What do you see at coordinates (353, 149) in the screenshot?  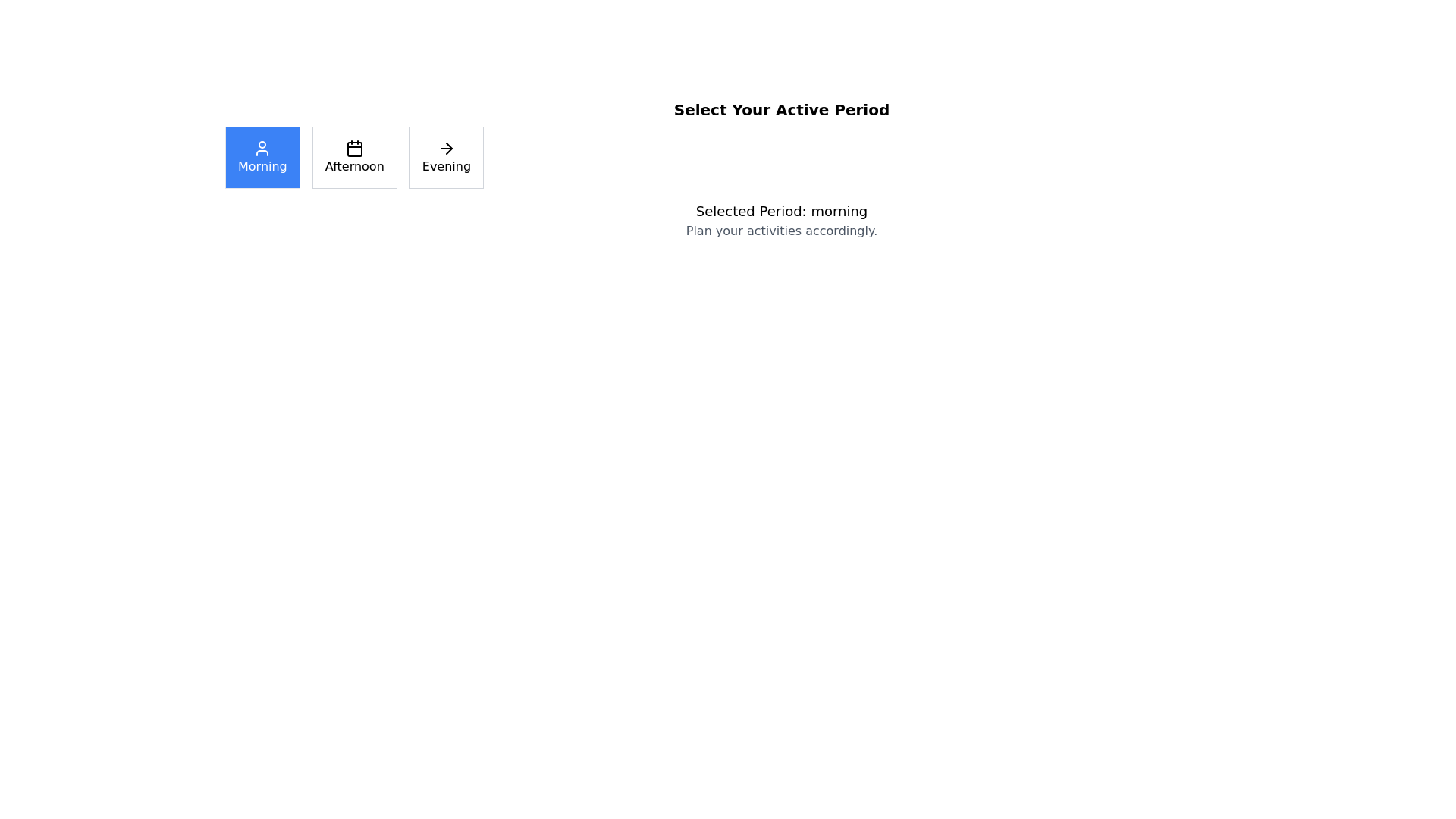 I see `the decorative icon of the 'Afternoon' button, which visually indicates its association with day timings` at bounding box center [353, 149].